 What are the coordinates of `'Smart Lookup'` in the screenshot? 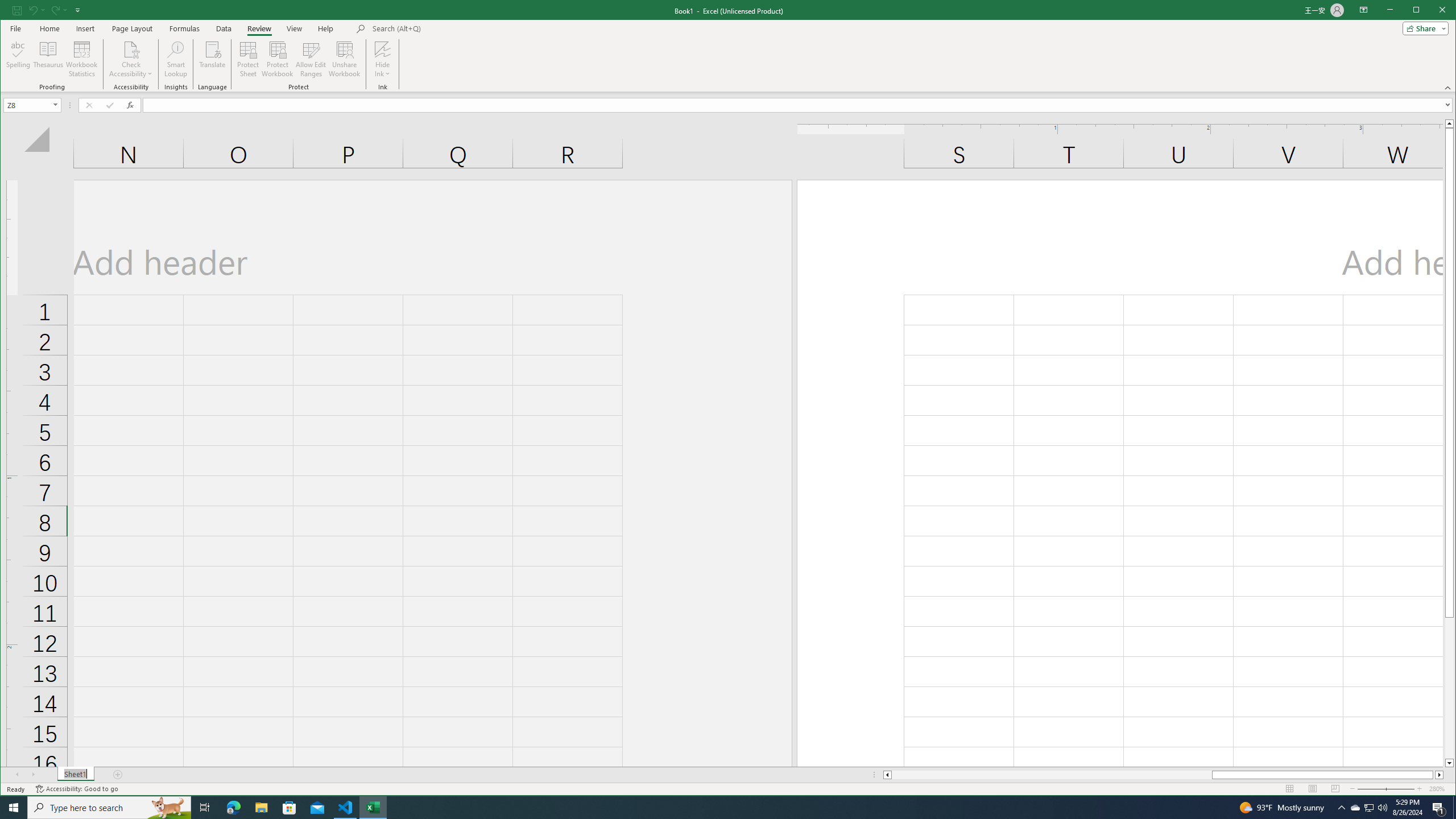 It's located at (176, 59).